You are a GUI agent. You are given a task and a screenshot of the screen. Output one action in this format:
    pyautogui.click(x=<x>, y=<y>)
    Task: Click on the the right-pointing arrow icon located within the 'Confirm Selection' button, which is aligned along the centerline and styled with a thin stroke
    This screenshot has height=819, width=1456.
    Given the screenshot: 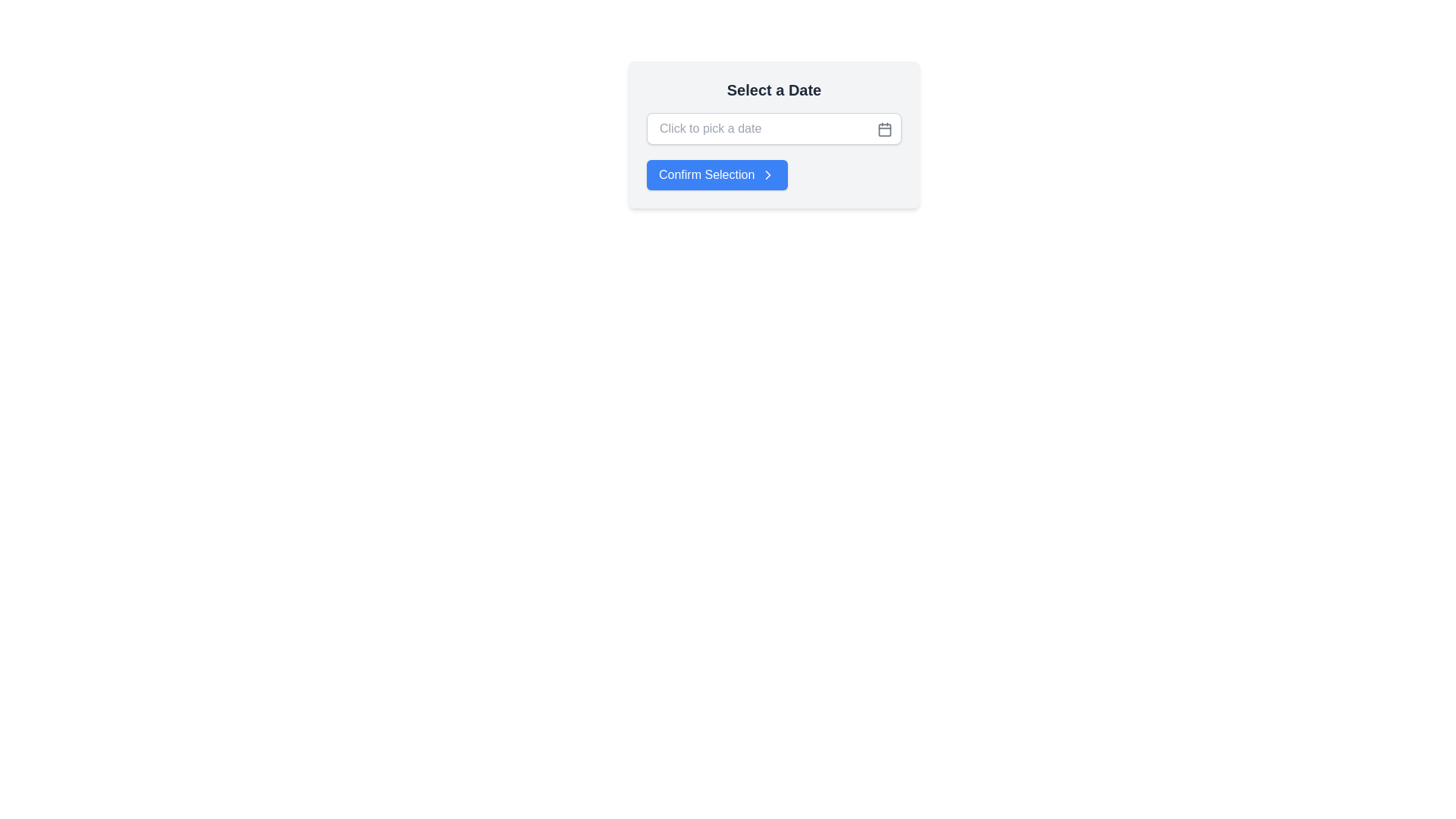 What is the action you would take?
    pyautogui.click(x=768, y=174)
    